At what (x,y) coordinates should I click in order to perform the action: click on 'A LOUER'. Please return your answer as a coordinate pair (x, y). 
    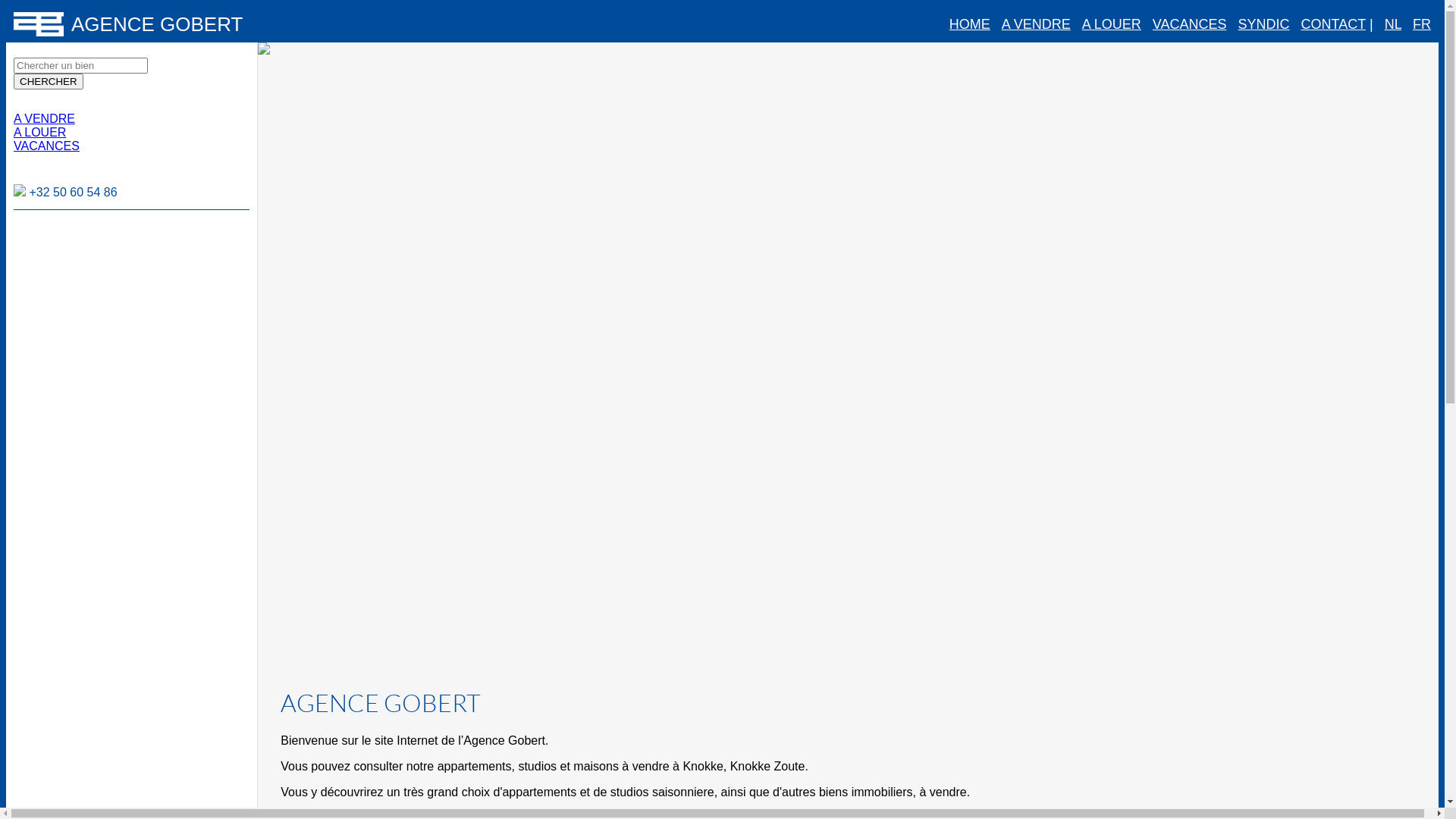
    Looking at the image, I should click on (1081, 24).